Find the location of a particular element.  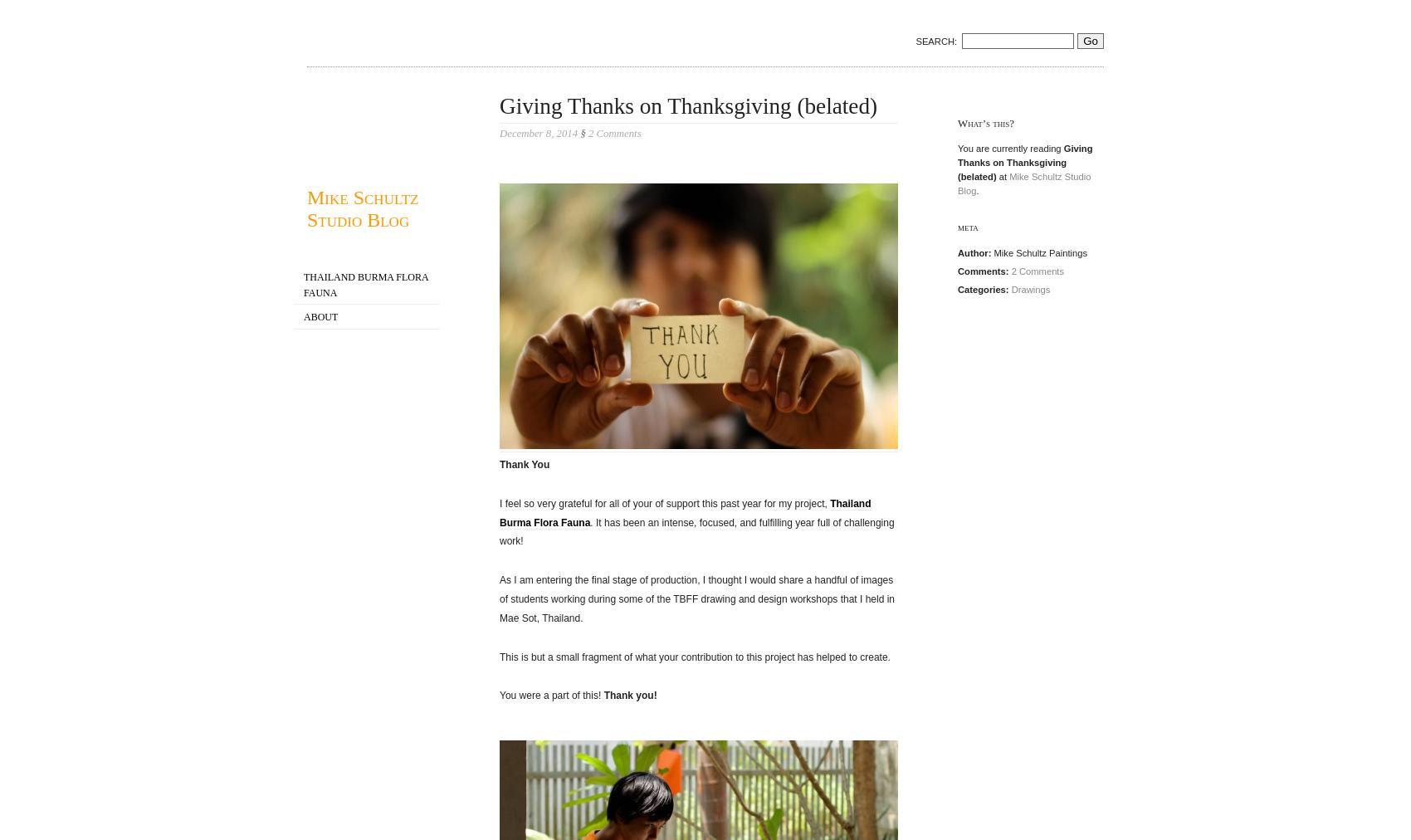

'Mike Schultz Studio Blog' is located at coordinates (305, 208).